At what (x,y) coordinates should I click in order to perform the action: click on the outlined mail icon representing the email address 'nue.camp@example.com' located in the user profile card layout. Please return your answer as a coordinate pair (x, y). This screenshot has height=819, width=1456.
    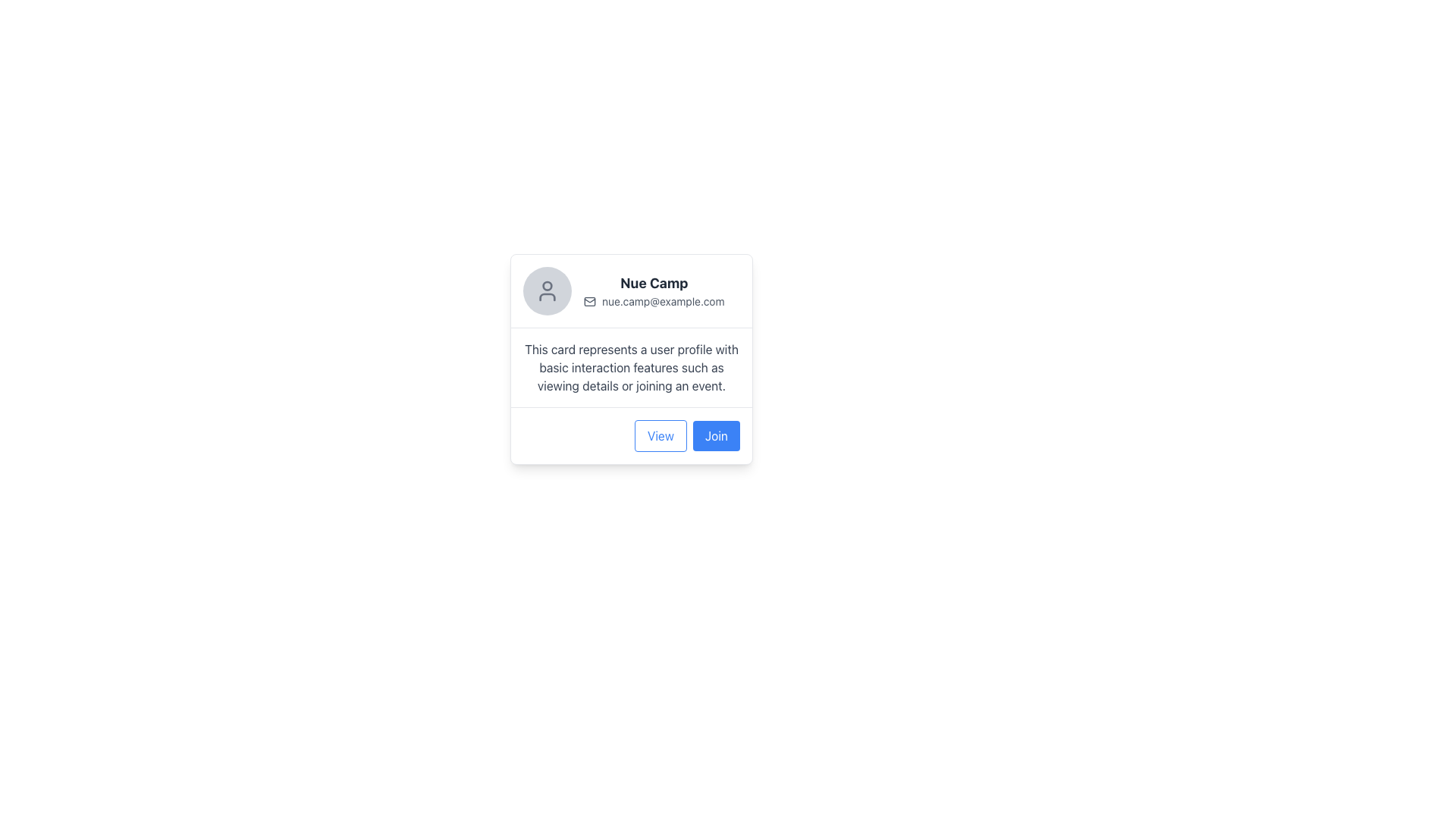
    Looking at the image, I should click on (588, 301).